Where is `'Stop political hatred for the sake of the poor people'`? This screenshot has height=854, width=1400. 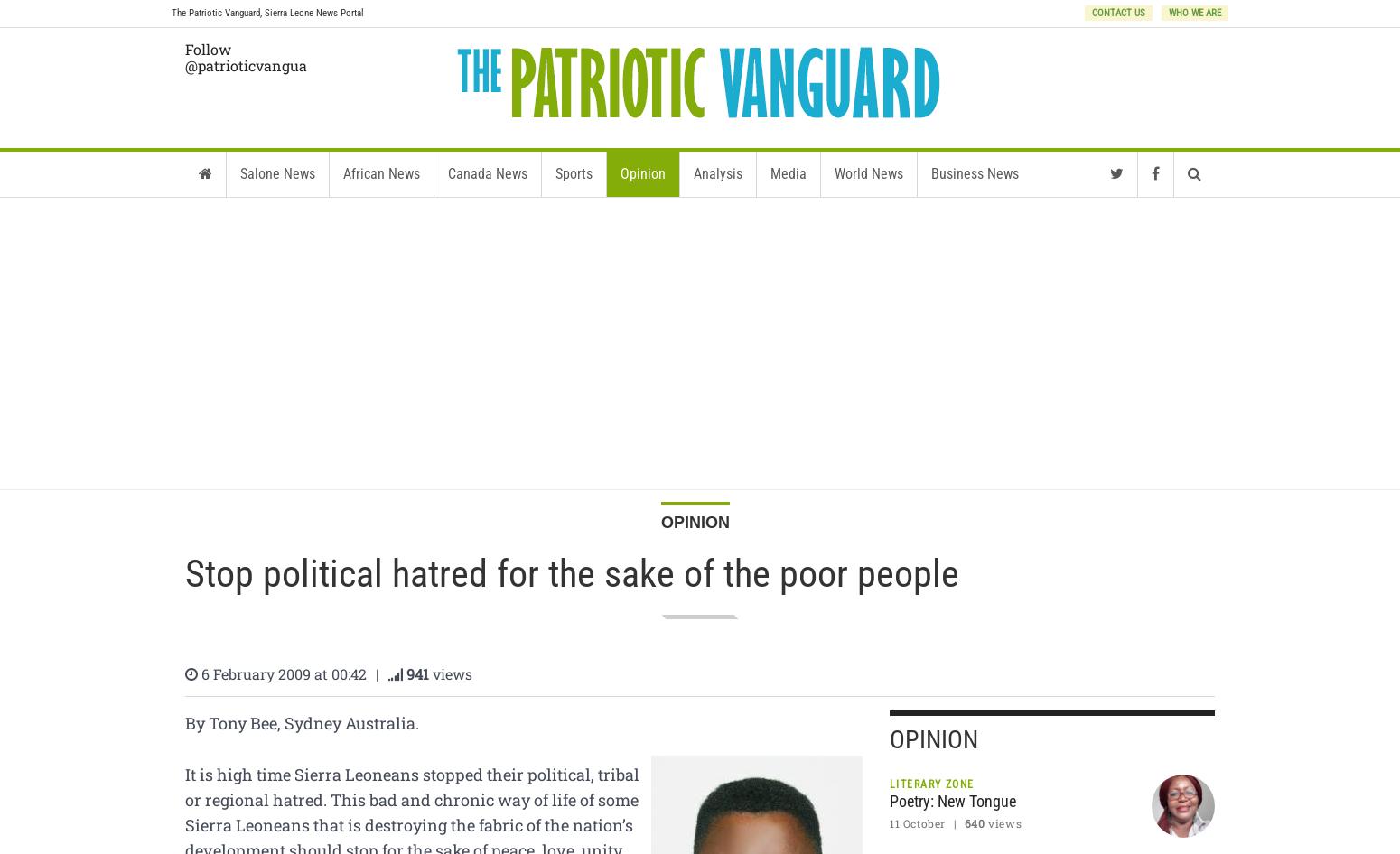
'Stop political hatred for the sake of the poor people' is located at coordinates (571, 573).